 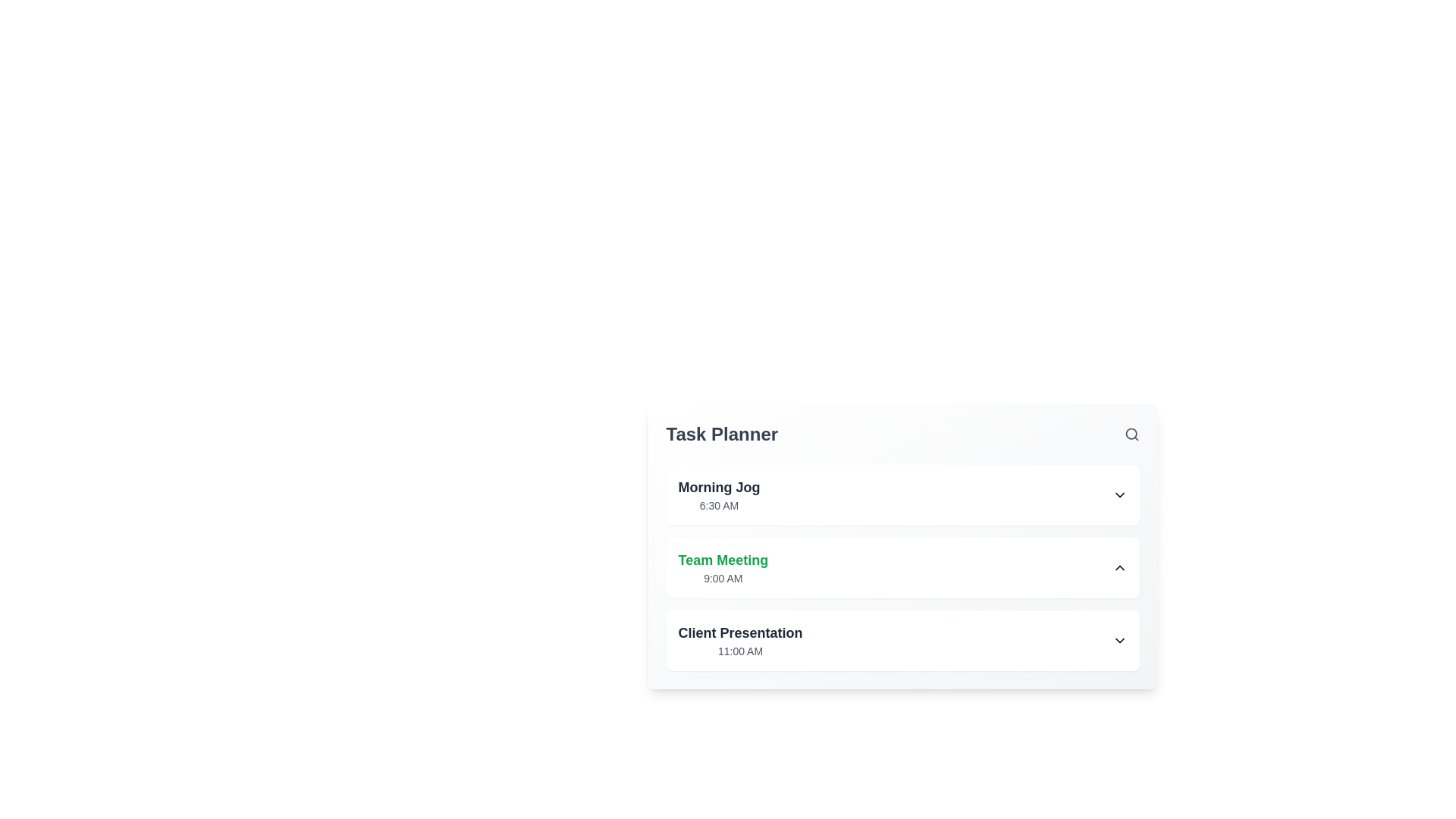 I want to click on the icon-based button located at the far right of the 'Morning Jog 6:30 AM' row, so click(x=1119, y=494).